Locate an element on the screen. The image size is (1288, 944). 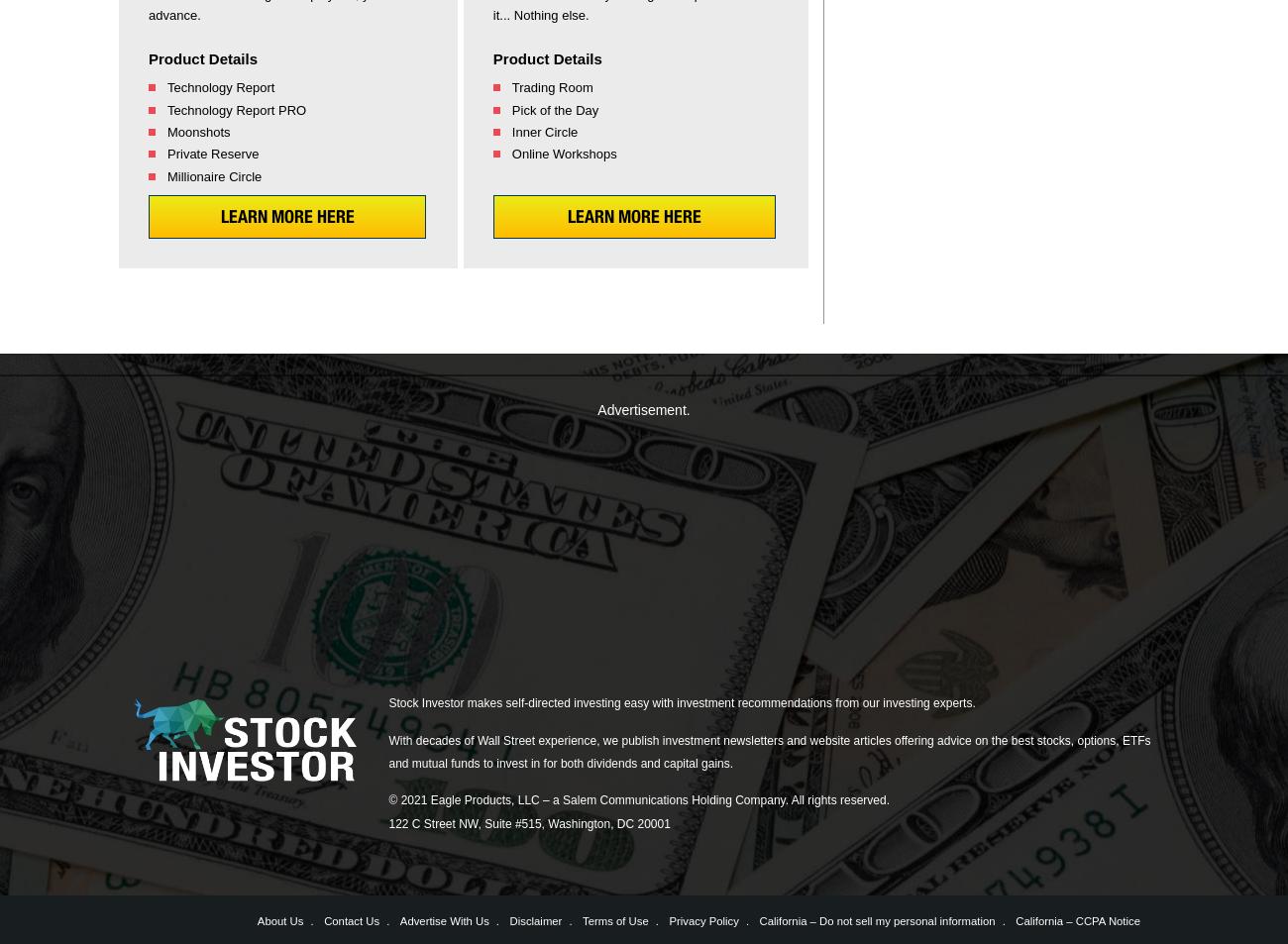
'Trading Room' is located at coordinates (551, 86).